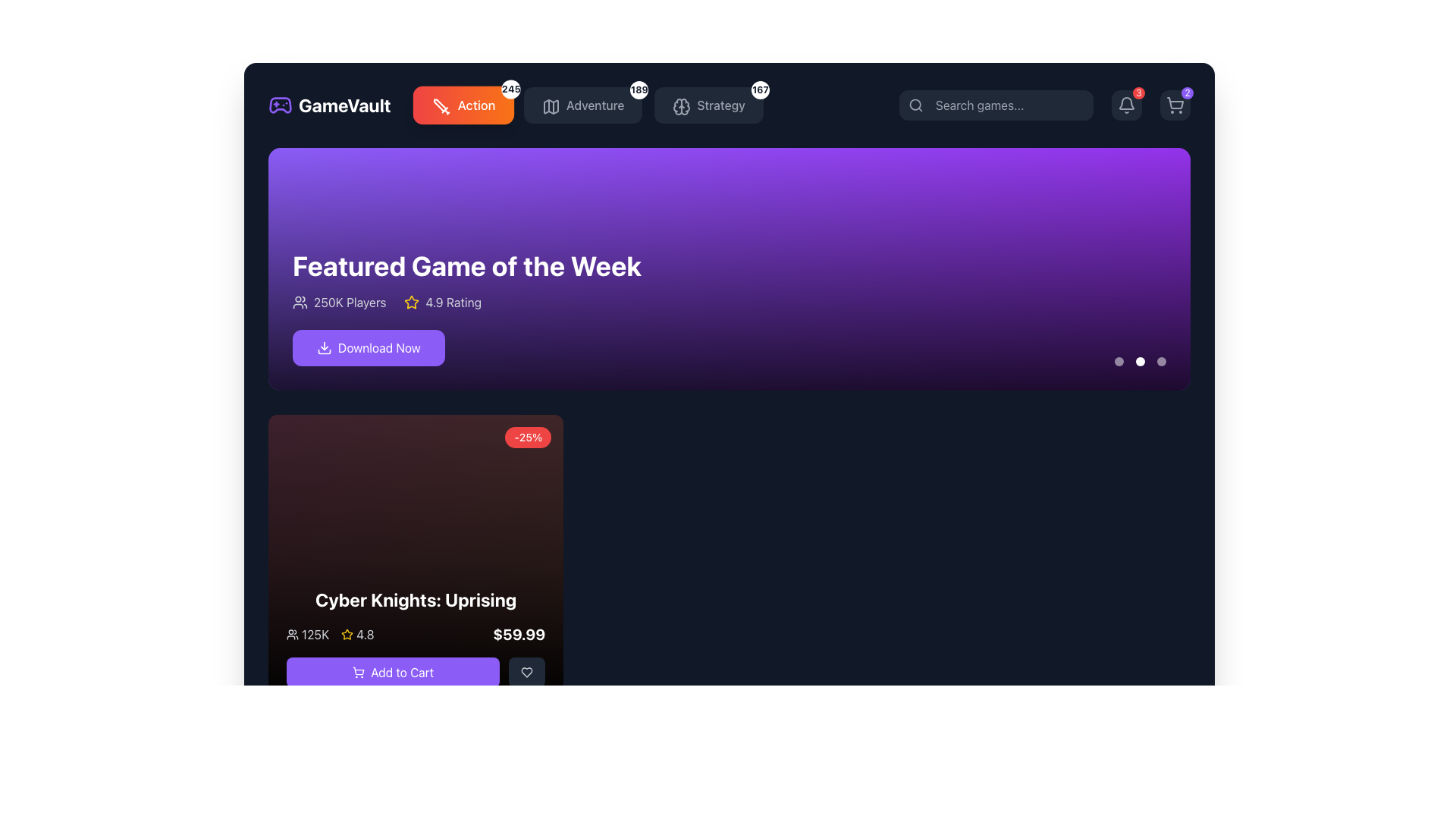 This screenshot has height=819, width=1456. I want to click on information presented in the composite data display component located below the title of 'Featured Game of the Week', which shows the number of players and the average rating, so click(466, 302).